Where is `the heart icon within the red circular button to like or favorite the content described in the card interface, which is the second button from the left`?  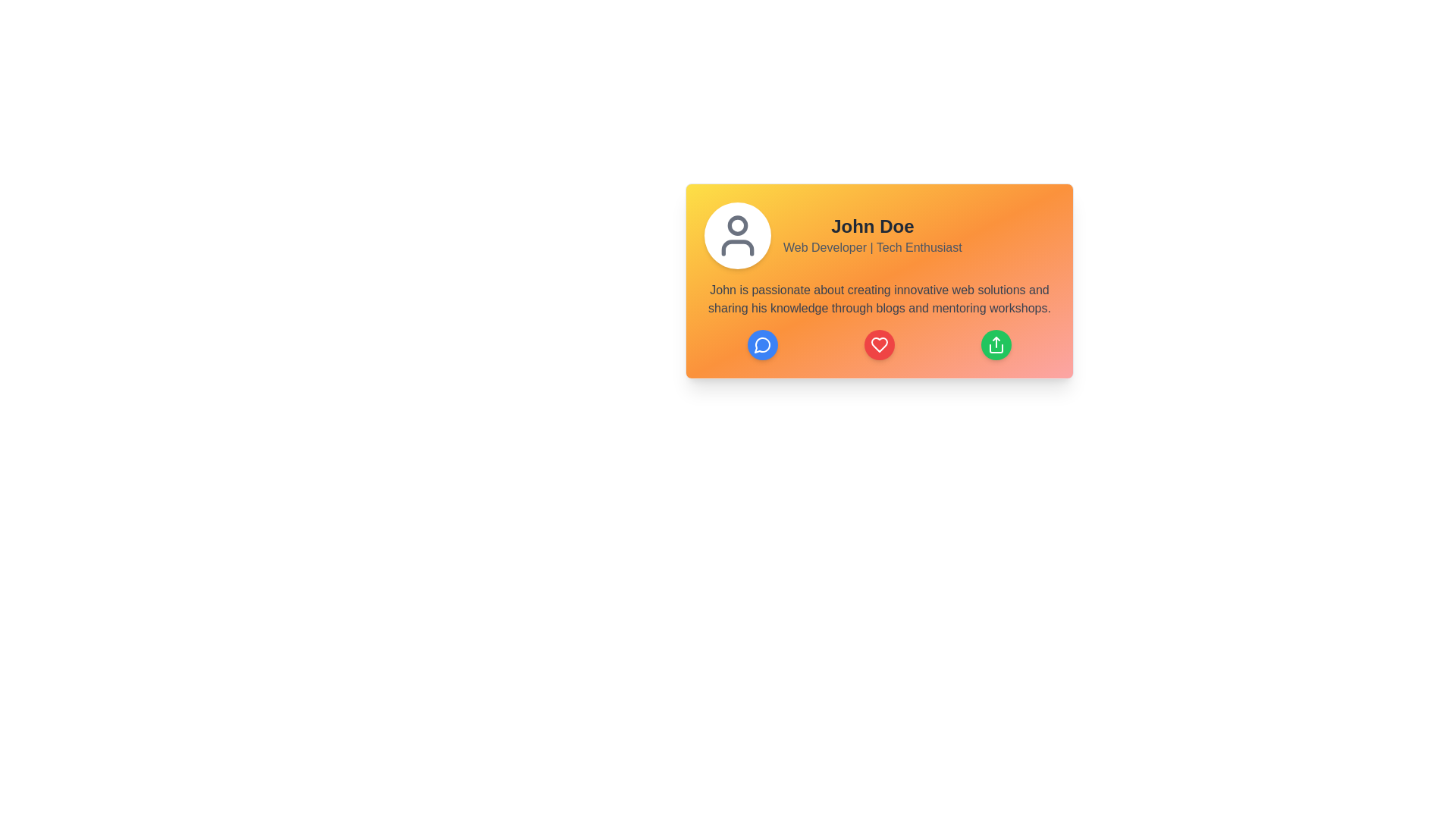 the heart icon within the red circular button to like or favorite the content described in the card interface, which is the second button from the left is located at coordinates (880, 345).